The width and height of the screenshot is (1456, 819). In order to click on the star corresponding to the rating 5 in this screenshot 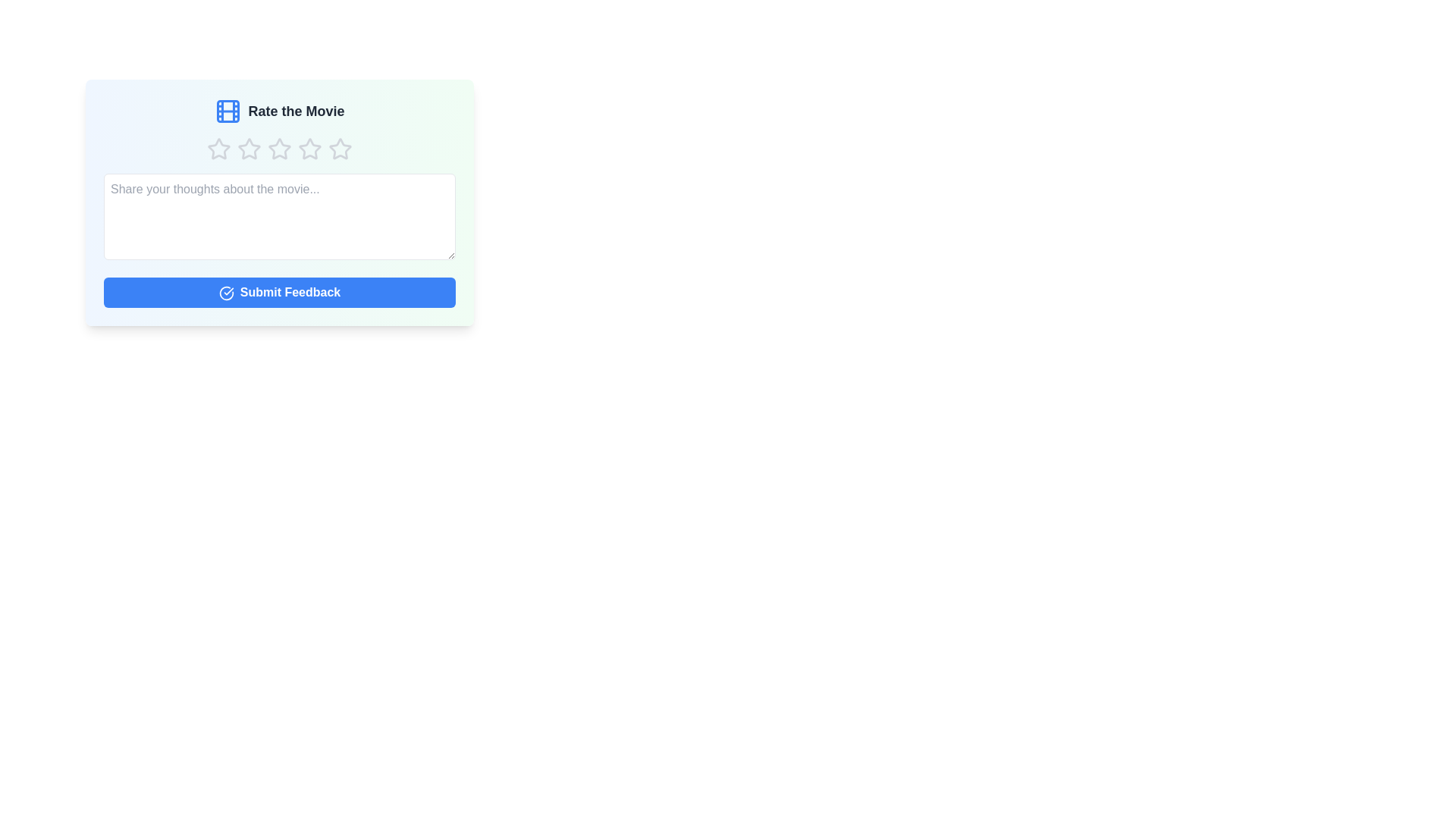, I will do `click(340, 149)`.